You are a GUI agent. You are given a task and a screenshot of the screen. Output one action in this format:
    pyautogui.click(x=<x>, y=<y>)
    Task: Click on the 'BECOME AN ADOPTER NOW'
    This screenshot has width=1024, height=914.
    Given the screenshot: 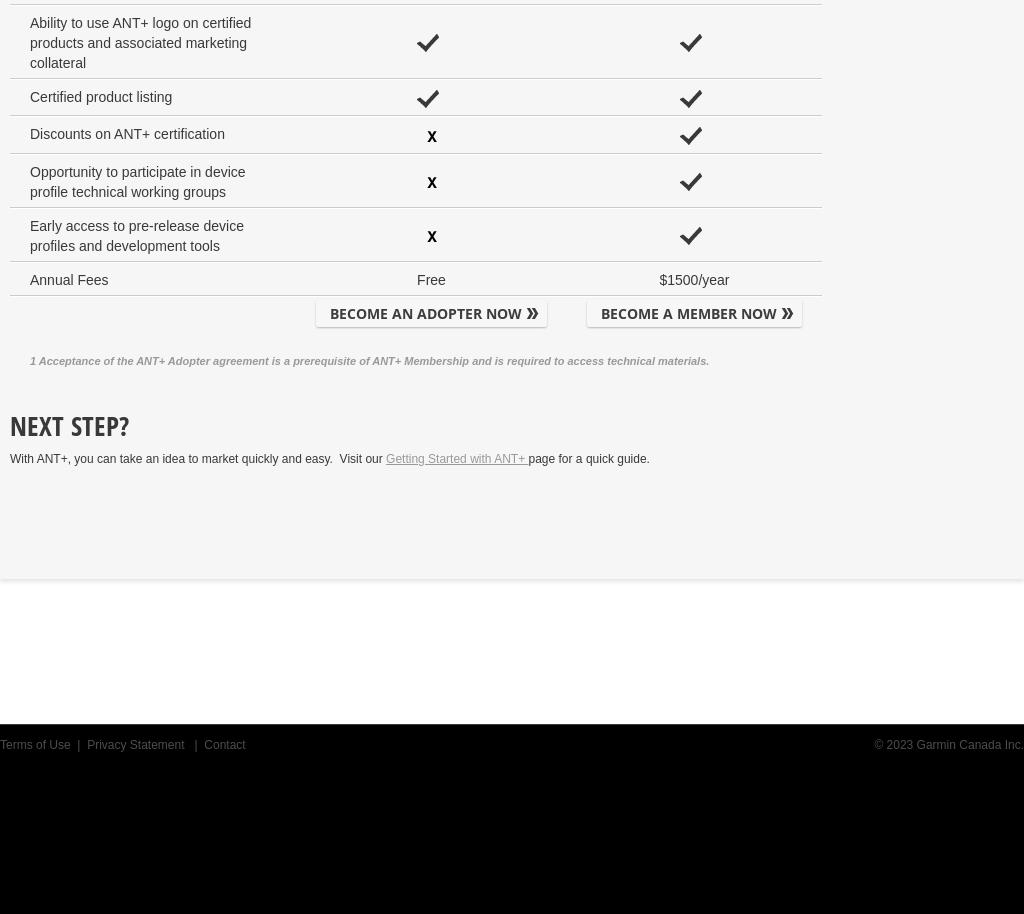 What is the action you would take?
    pyautogui.click(x=424, y=313)
    